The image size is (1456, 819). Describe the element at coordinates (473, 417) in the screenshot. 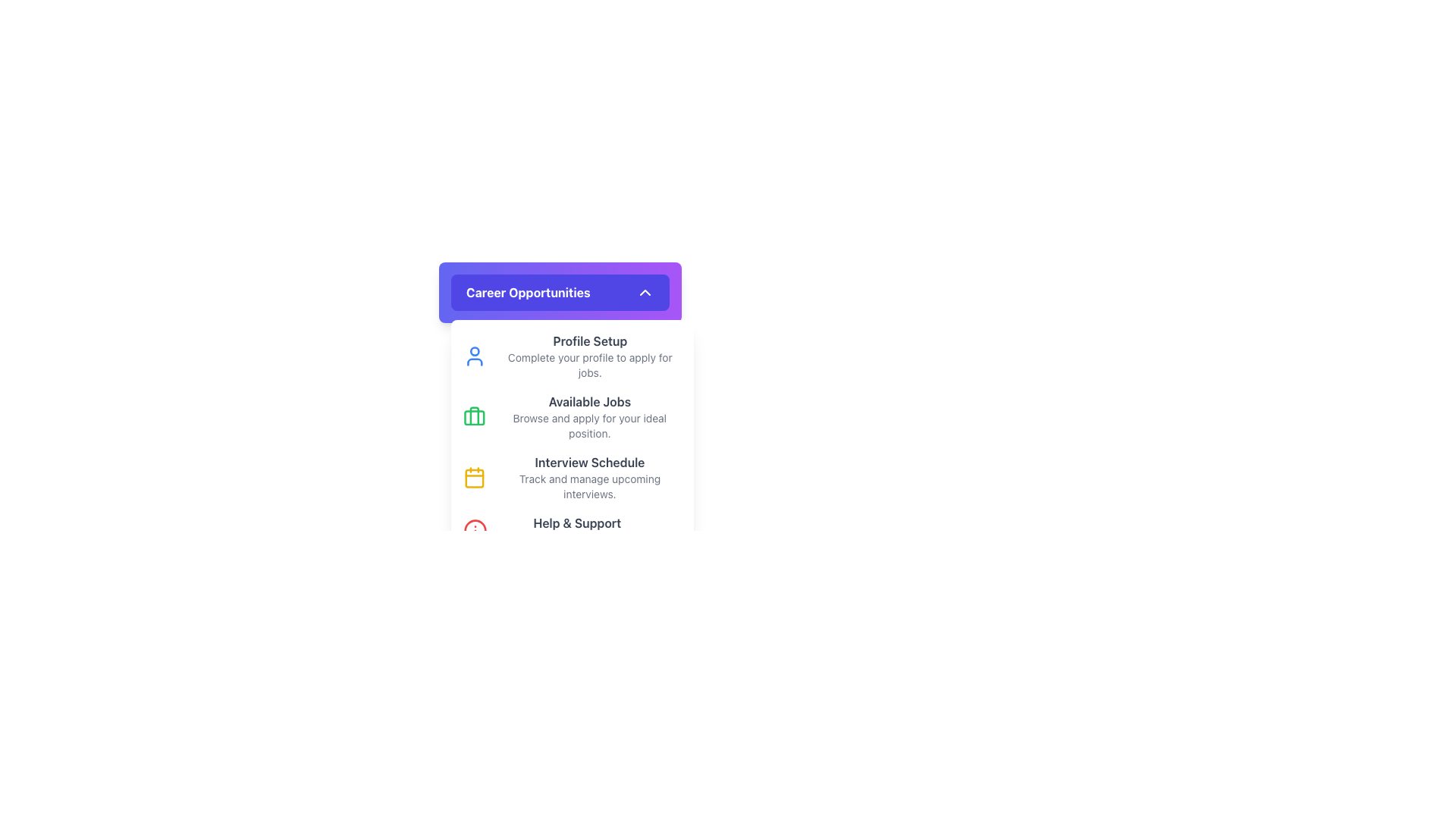

I see `the job opportunities icon located in the 'Available Jobs' section, which is the first visual element to the left of the 'Available Jobs' text` at that location.